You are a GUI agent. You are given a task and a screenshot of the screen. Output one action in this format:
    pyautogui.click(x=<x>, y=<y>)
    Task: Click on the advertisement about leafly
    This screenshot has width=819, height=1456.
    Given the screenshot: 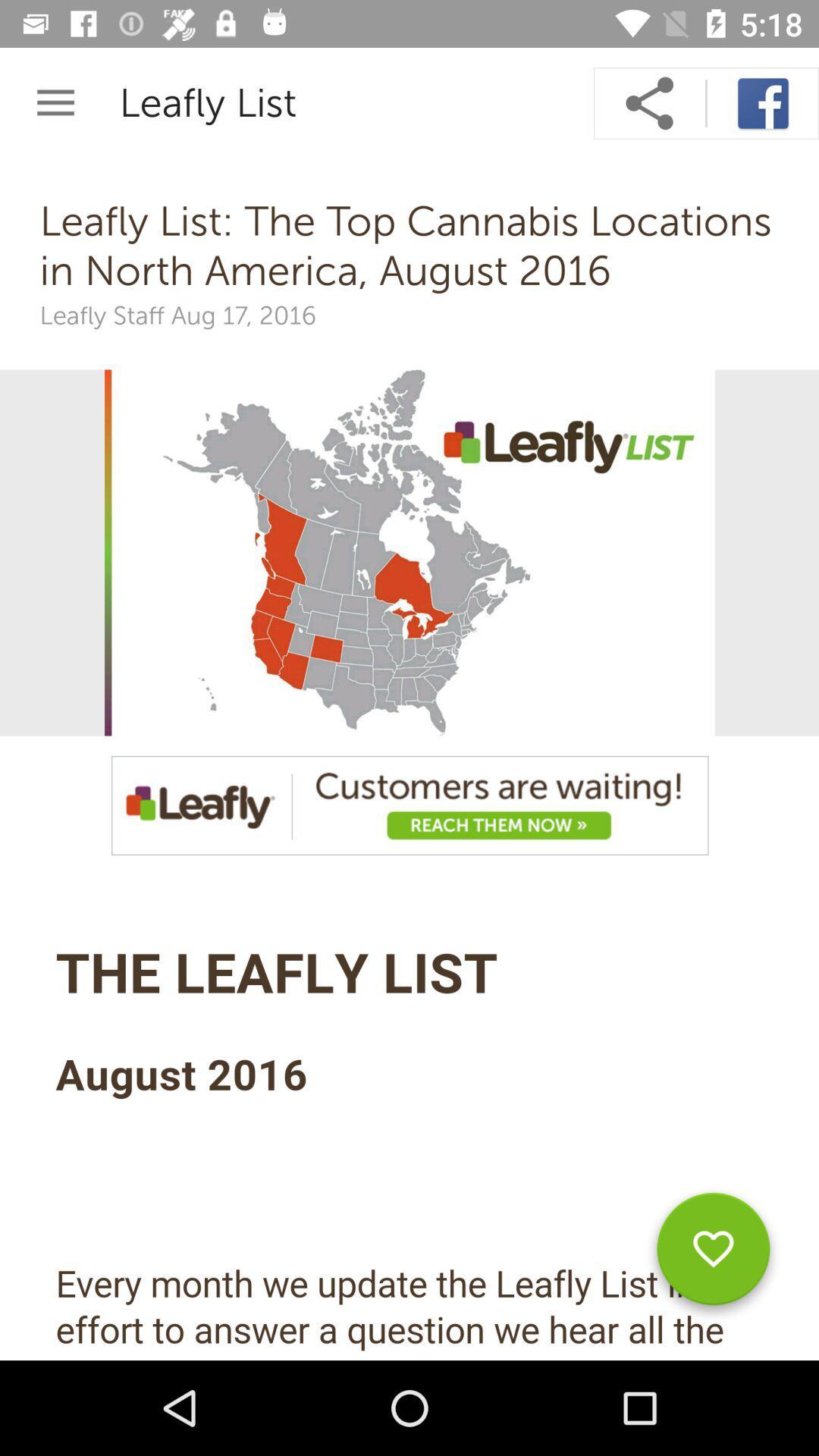 What is the action you would take?
    pyautogui.click(x=409, y=805)
    